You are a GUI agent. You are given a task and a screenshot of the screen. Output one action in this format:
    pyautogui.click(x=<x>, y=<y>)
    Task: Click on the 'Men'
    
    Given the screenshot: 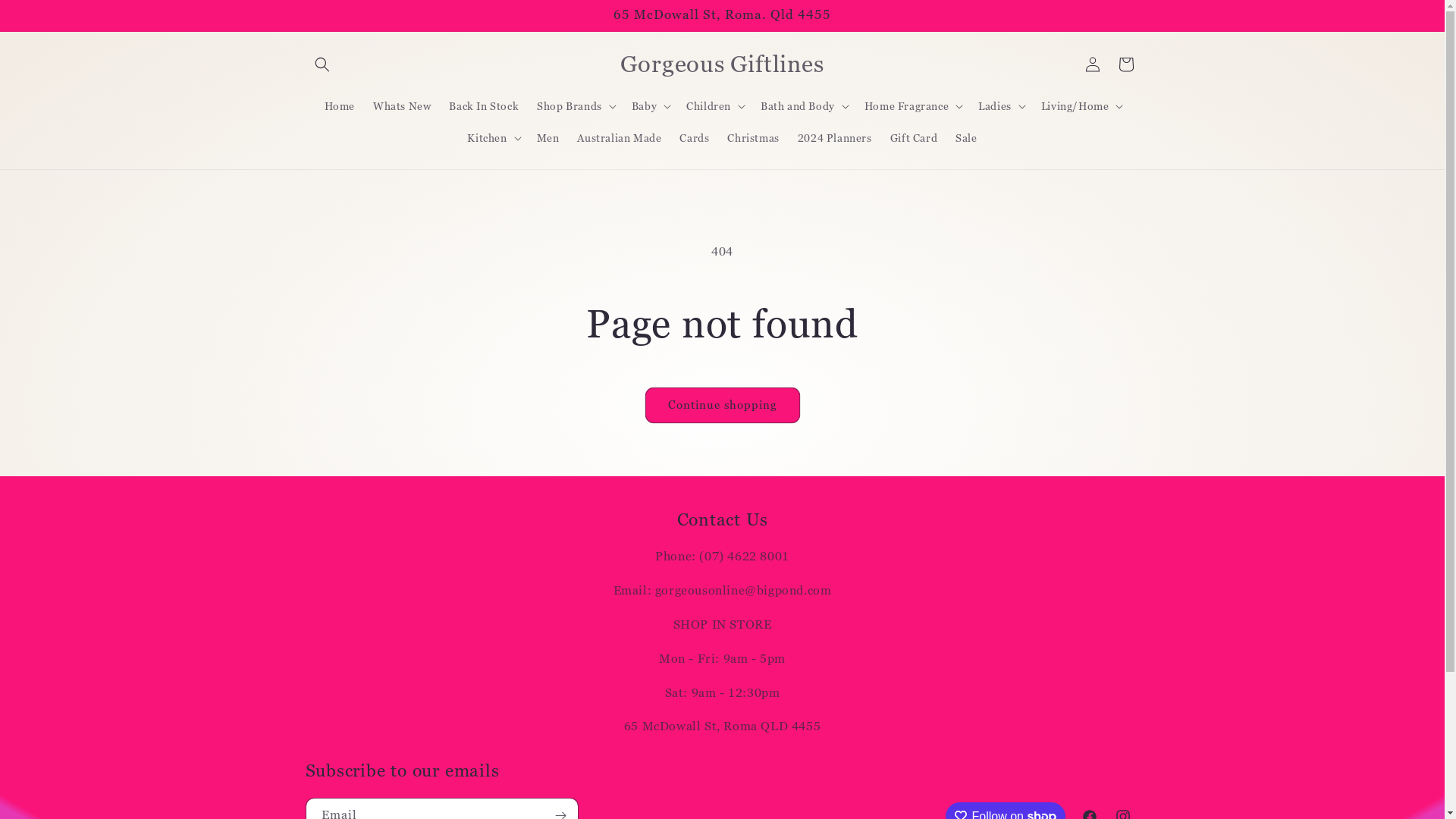 What is the action you would take?
    pyautogui.click(x=528, y=137)
    